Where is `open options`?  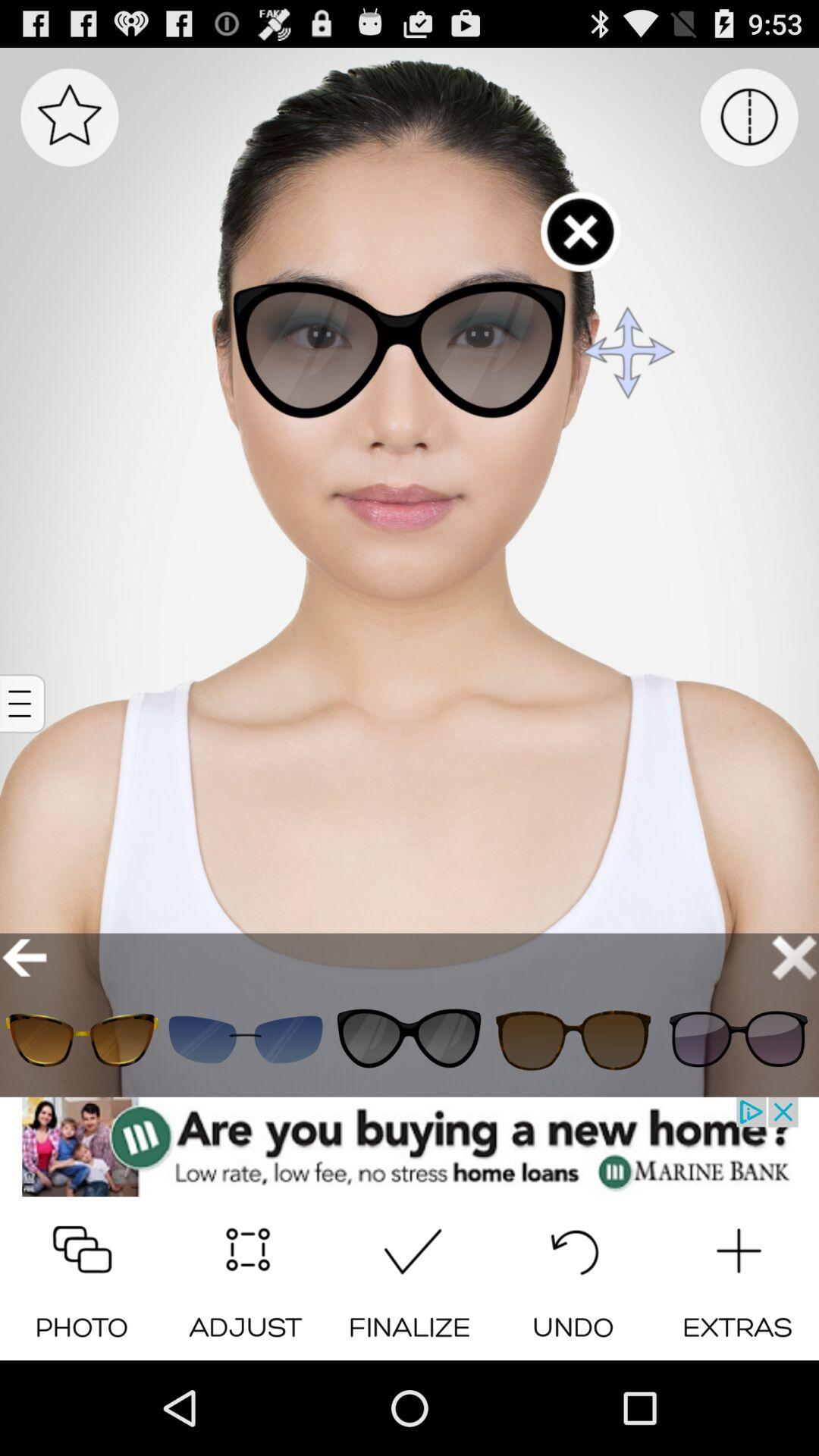 open options is located at coordinates (24, 703).